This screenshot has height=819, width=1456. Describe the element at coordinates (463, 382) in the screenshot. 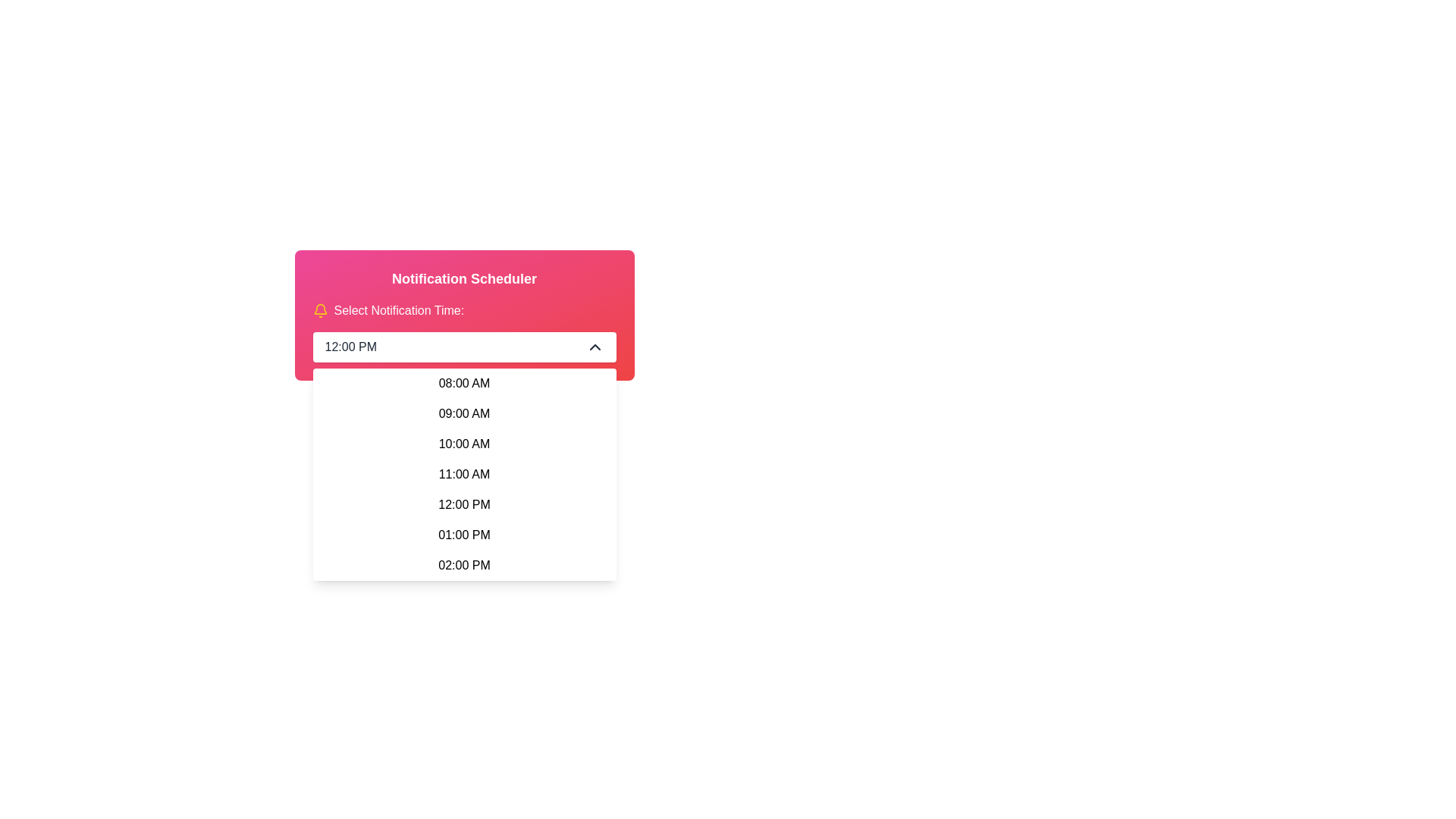

I see `the first option in the dropdown menu that allows users to select '08:00 AM' as their desired time` at that location.